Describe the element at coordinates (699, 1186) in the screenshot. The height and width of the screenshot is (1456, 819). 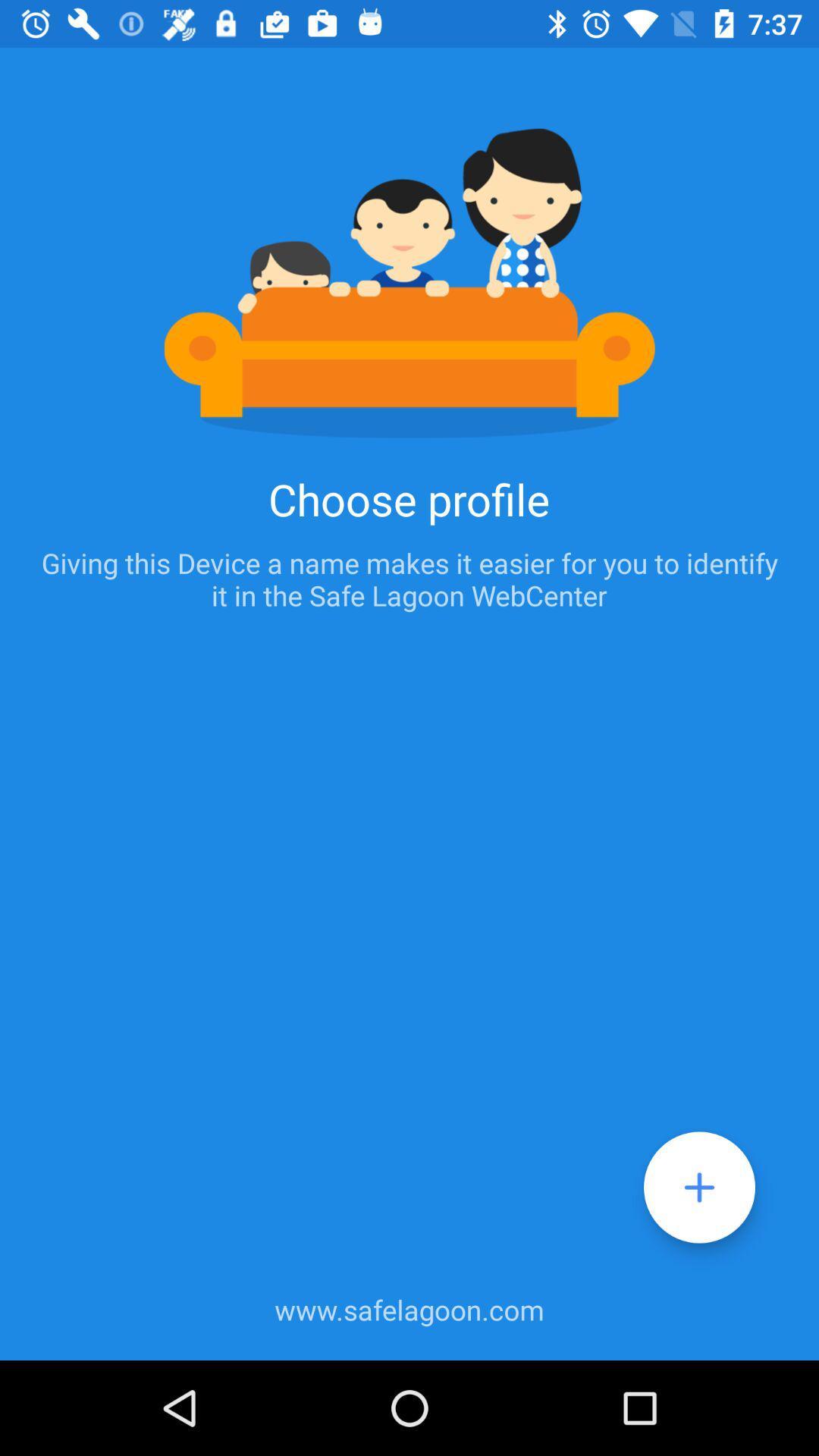
I see `item at the bottom right corner` at that location.